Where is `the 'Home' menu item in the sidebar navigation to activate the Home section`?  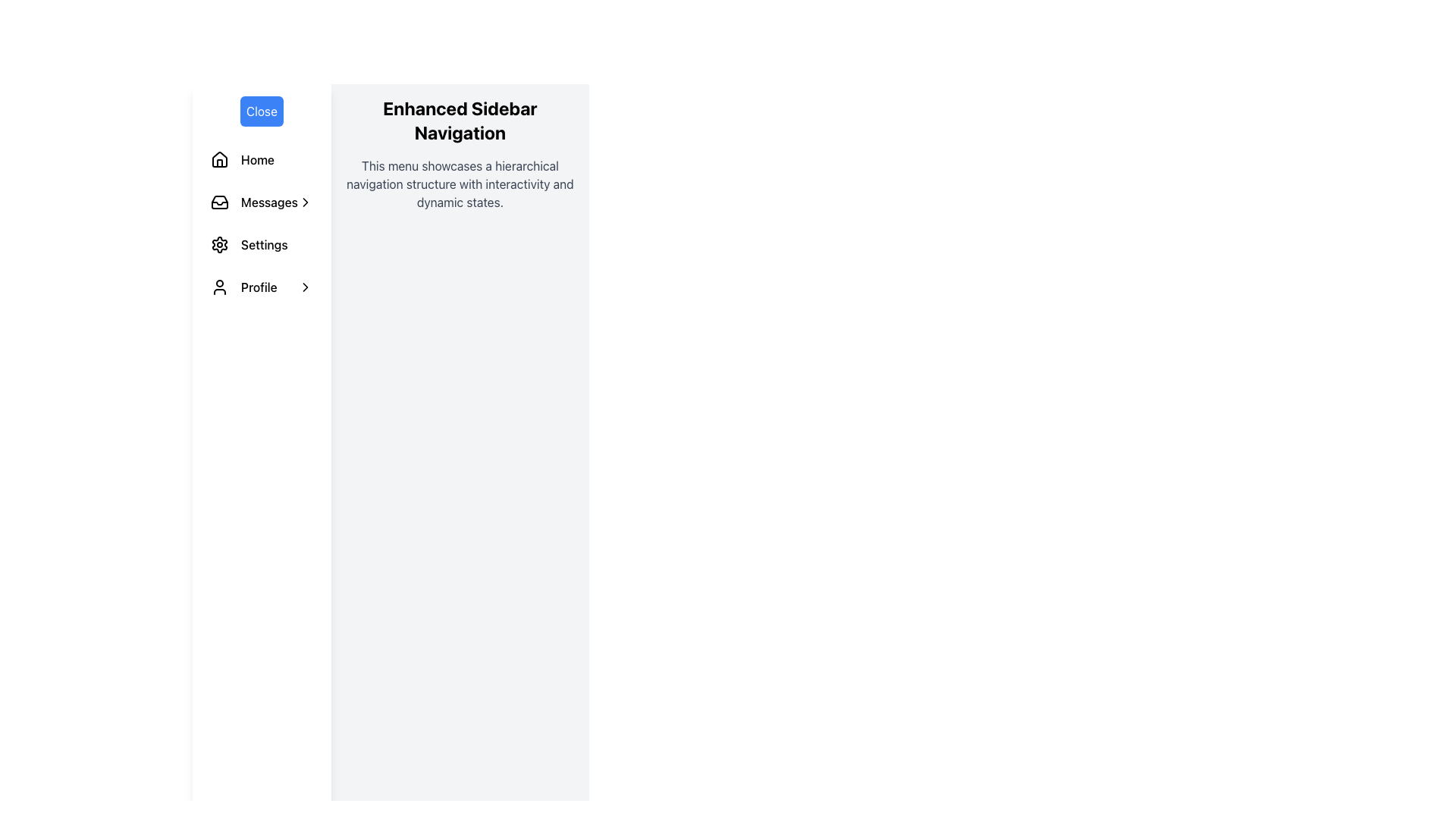
the 'Home' menu item in the sidebar navigation to activate the Home section is located at coordinates (277, 160).